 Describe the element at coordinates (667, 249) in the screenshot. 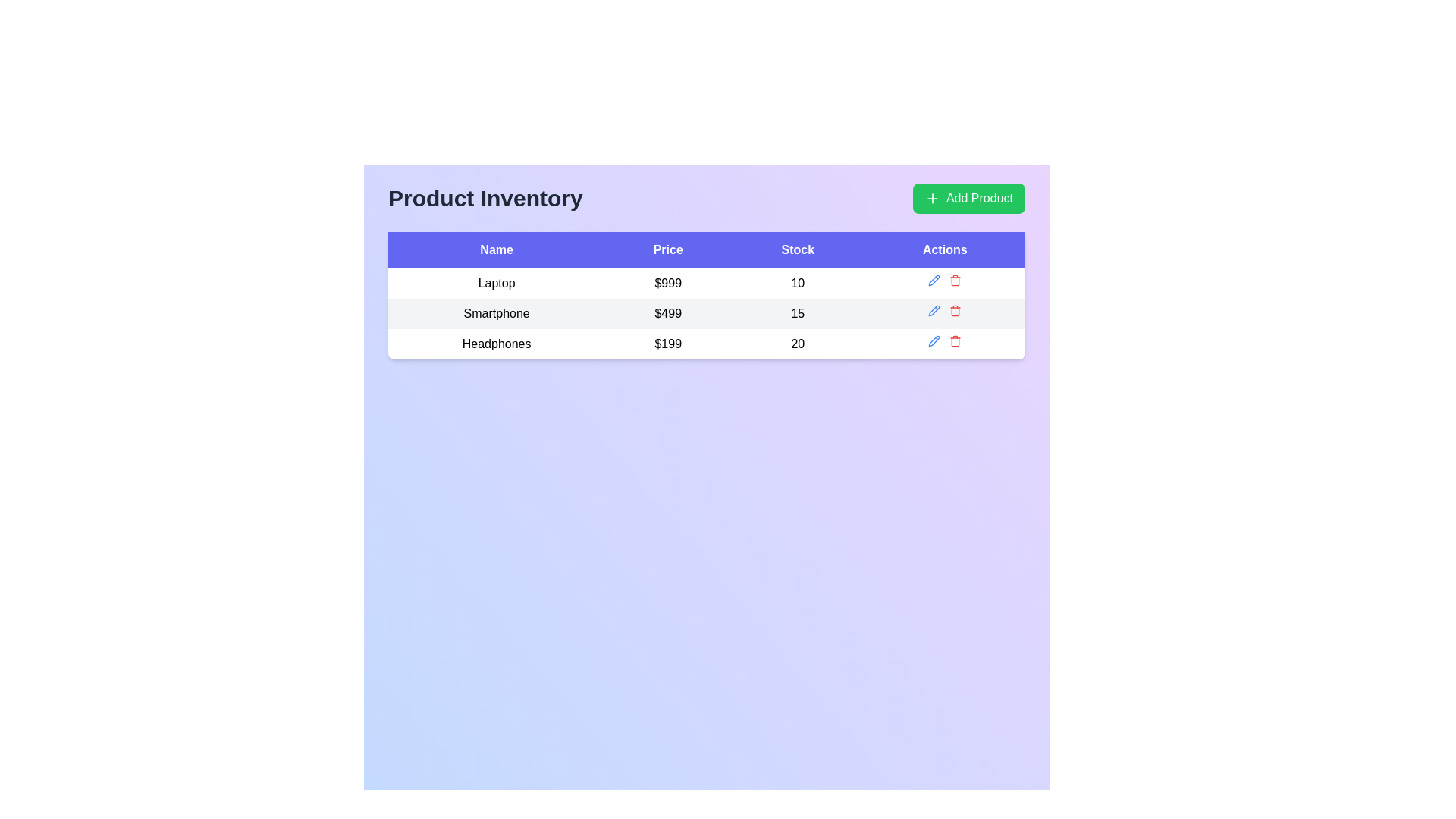

I see `text 'Price' from the Table Header Cell that serves as the header for the 'Price' column, located between the 'Name' and 'Stock' column headers` at that location.